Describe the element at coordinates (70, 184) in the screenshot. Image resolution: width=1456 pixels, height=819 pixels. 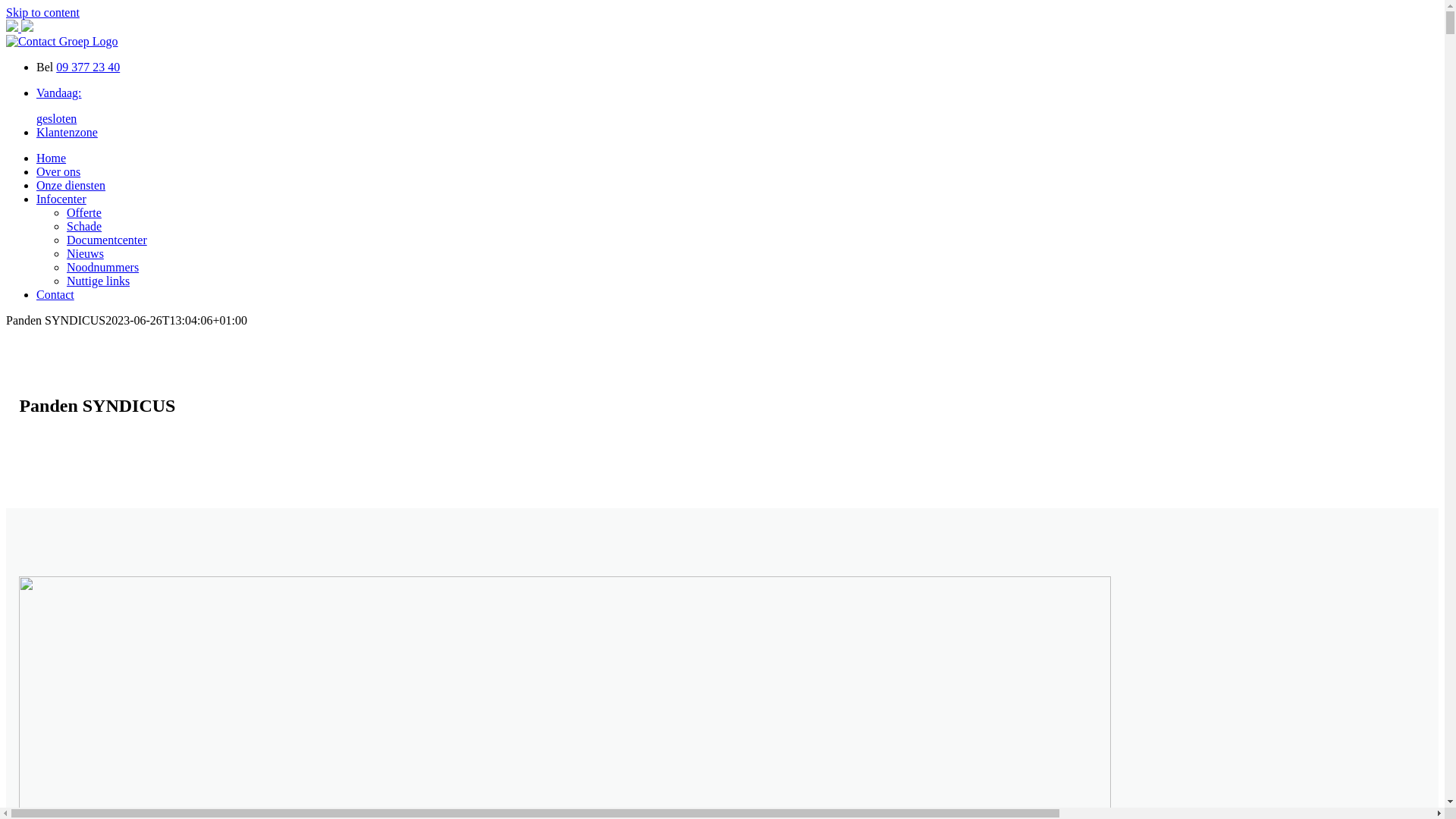
I see `'Onze diensten'` at that location.